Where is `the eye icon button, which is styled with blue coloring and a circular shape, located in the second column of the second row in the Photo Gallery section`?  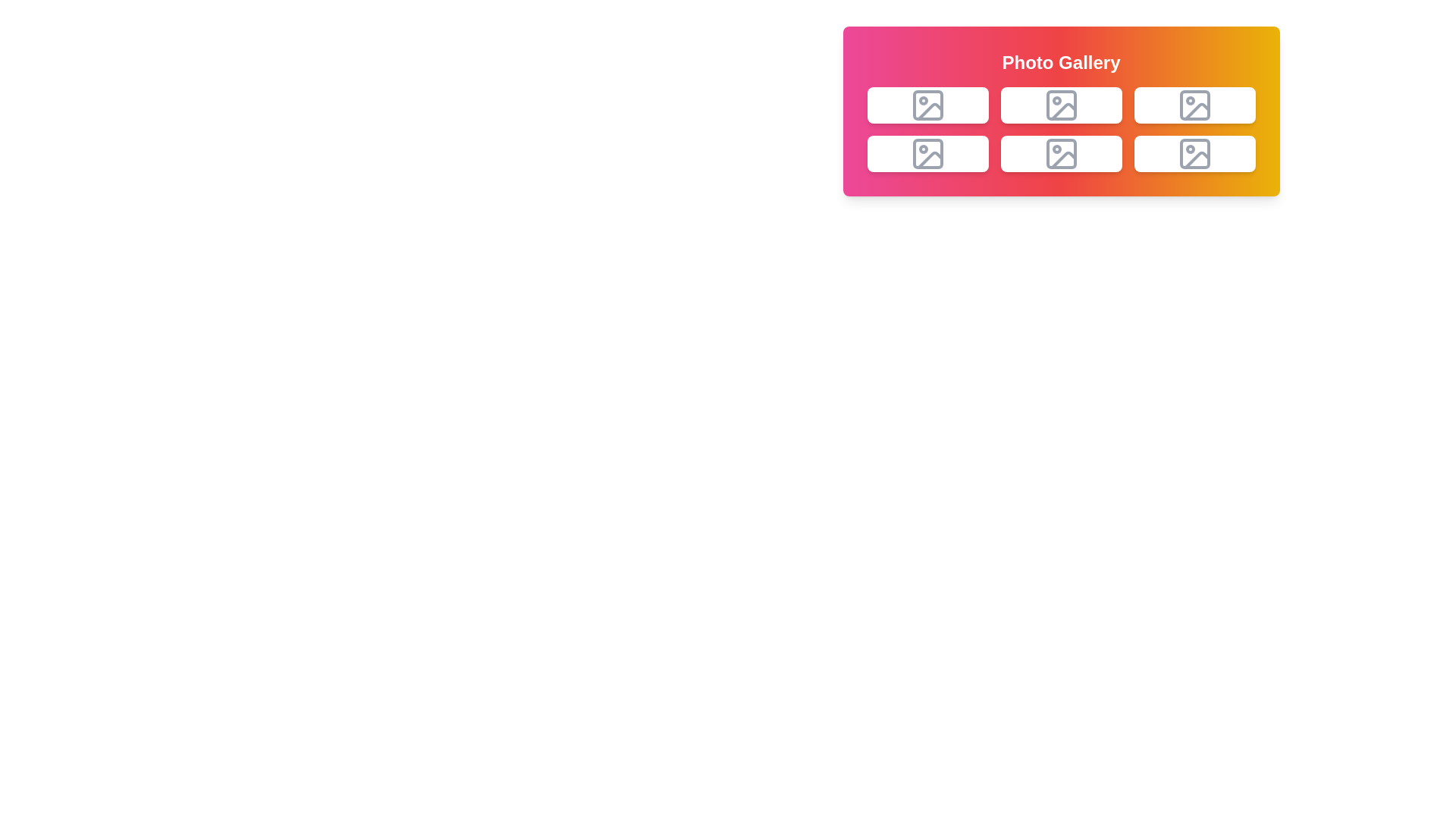 the eye icon button, which is styled with blue coloring and a circular shape, located in the second column of the second row in the Photo Gallery section is located at coordinates (1040, 154).